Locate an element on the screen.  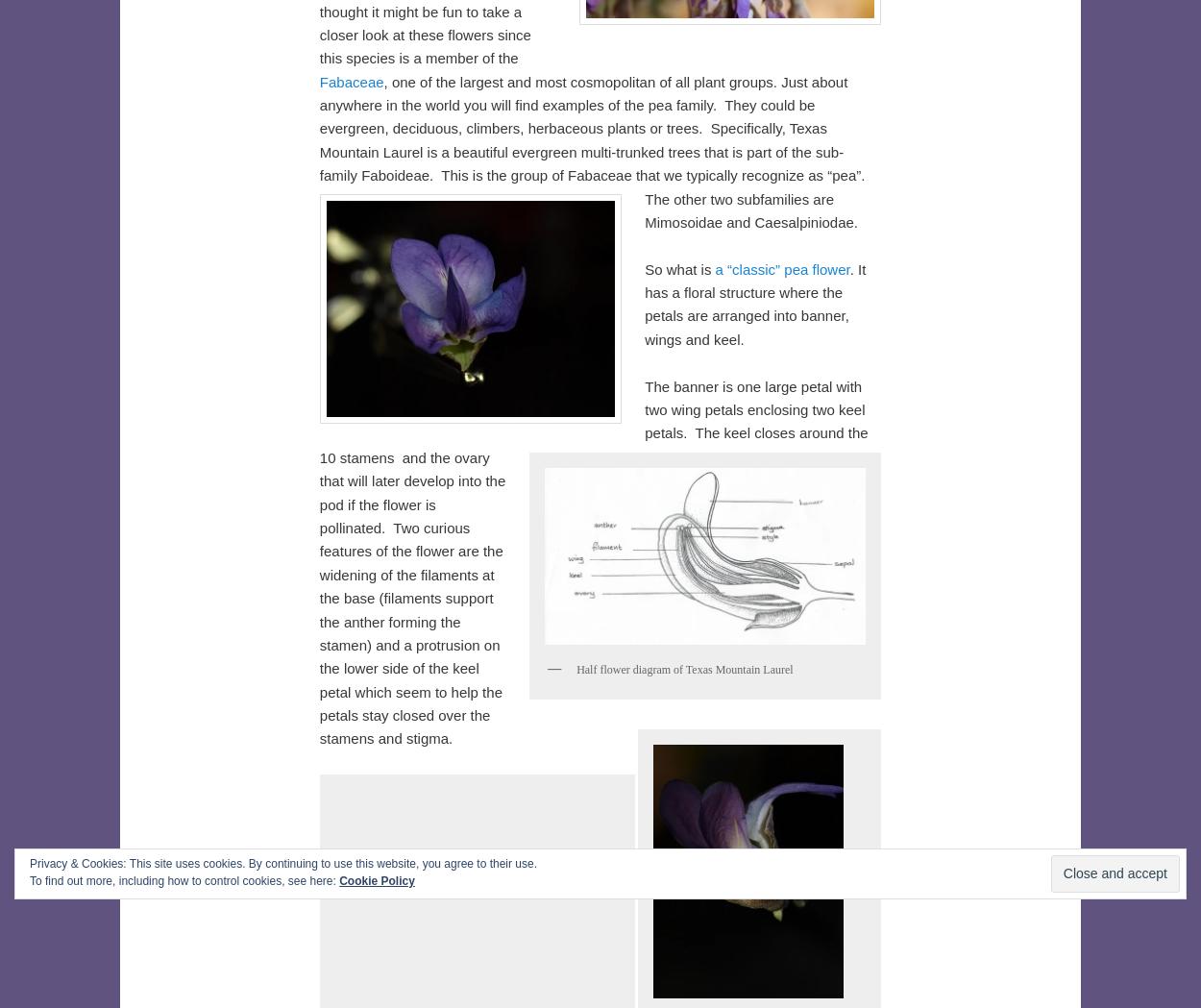
'Cookie Policy' is located at coordinates (377, 880).